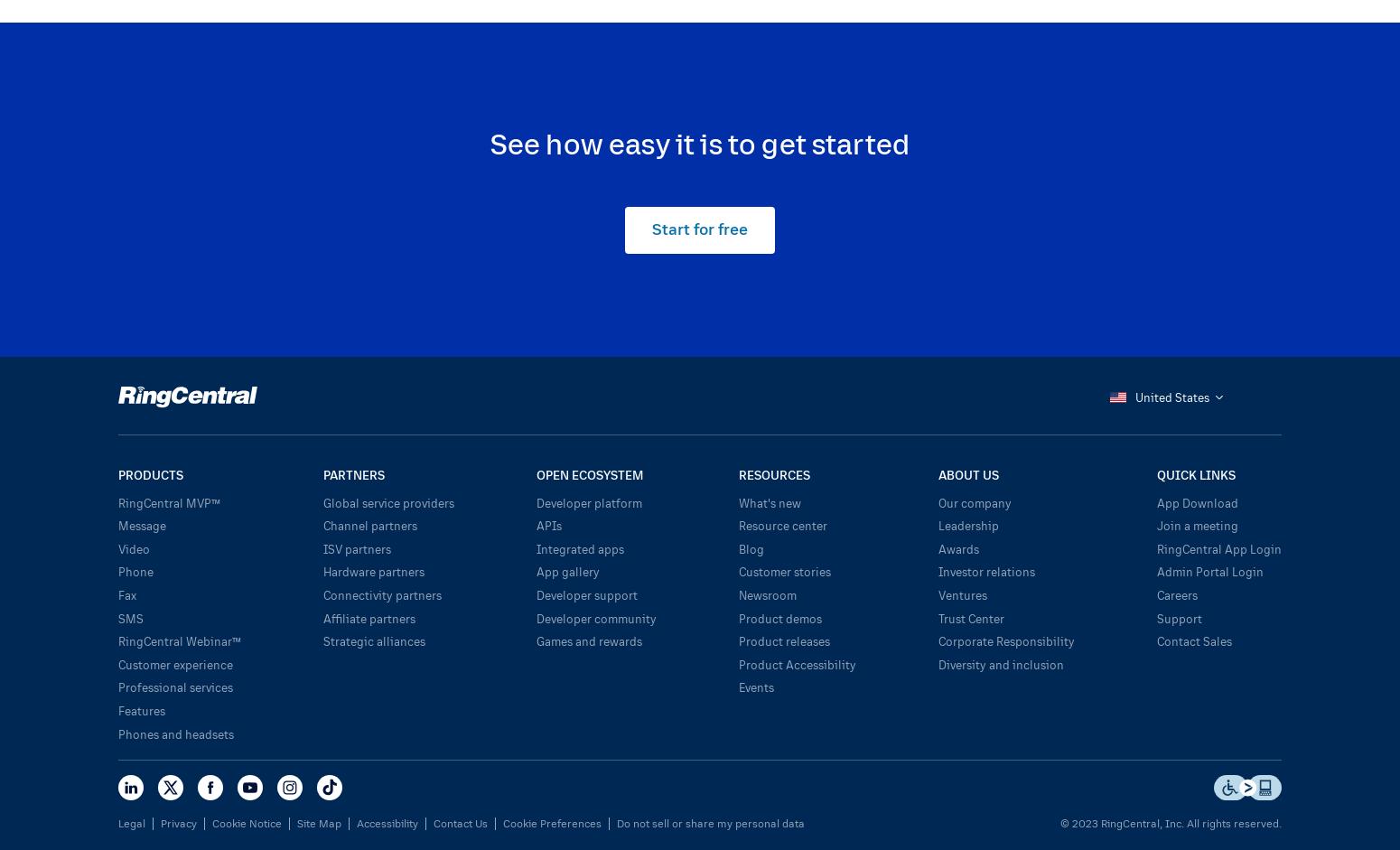 The width and height of the screenshot is (1400, 850). What do you see at coordinates (755, 686) in the screenshot?
I see `'Events'` at bounding box center [755, 686].